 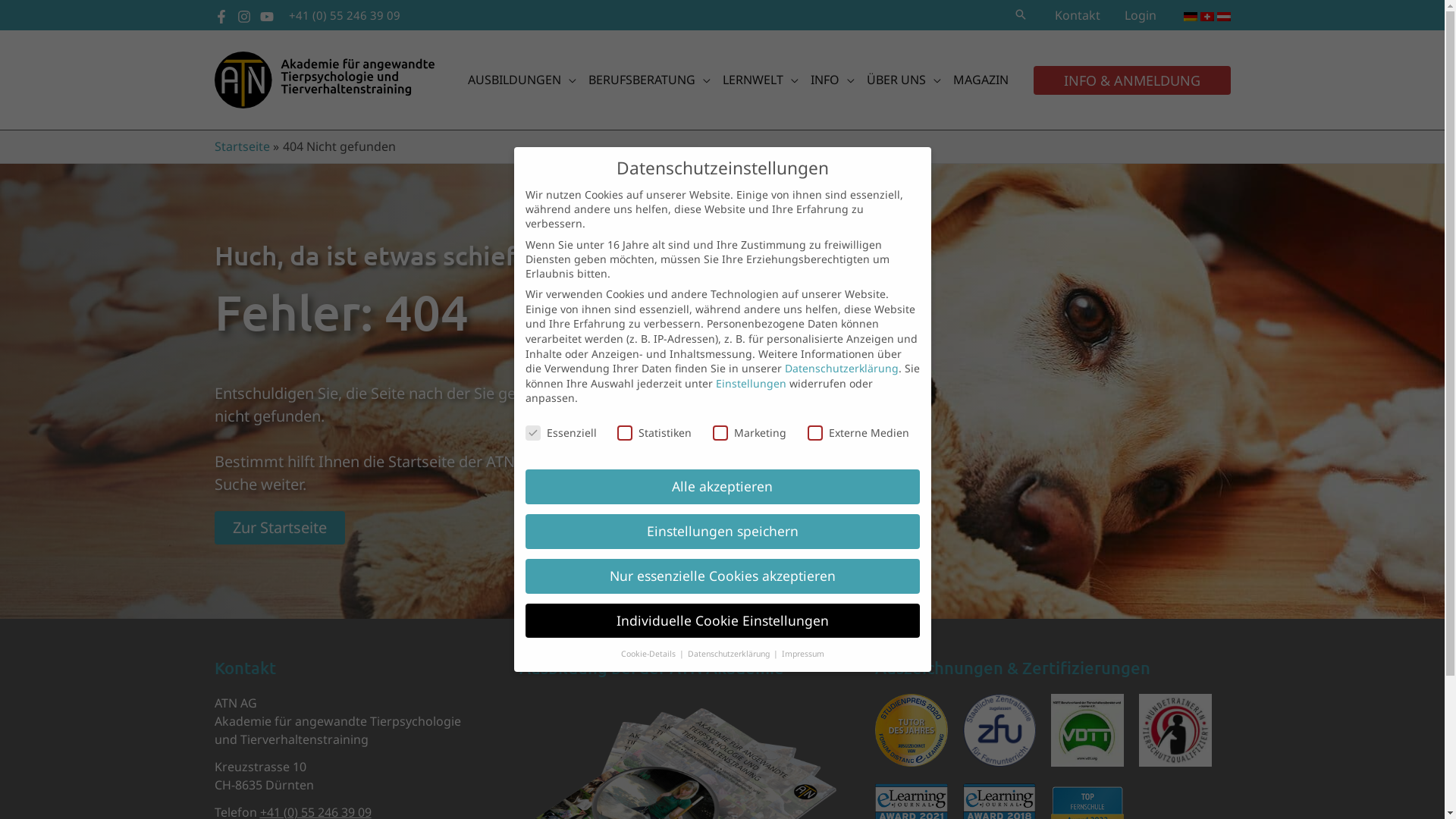 What do you see at coordinates (801, 652) in the screenshot?
I see `'Impressum'` at bounding box center [801, 652].